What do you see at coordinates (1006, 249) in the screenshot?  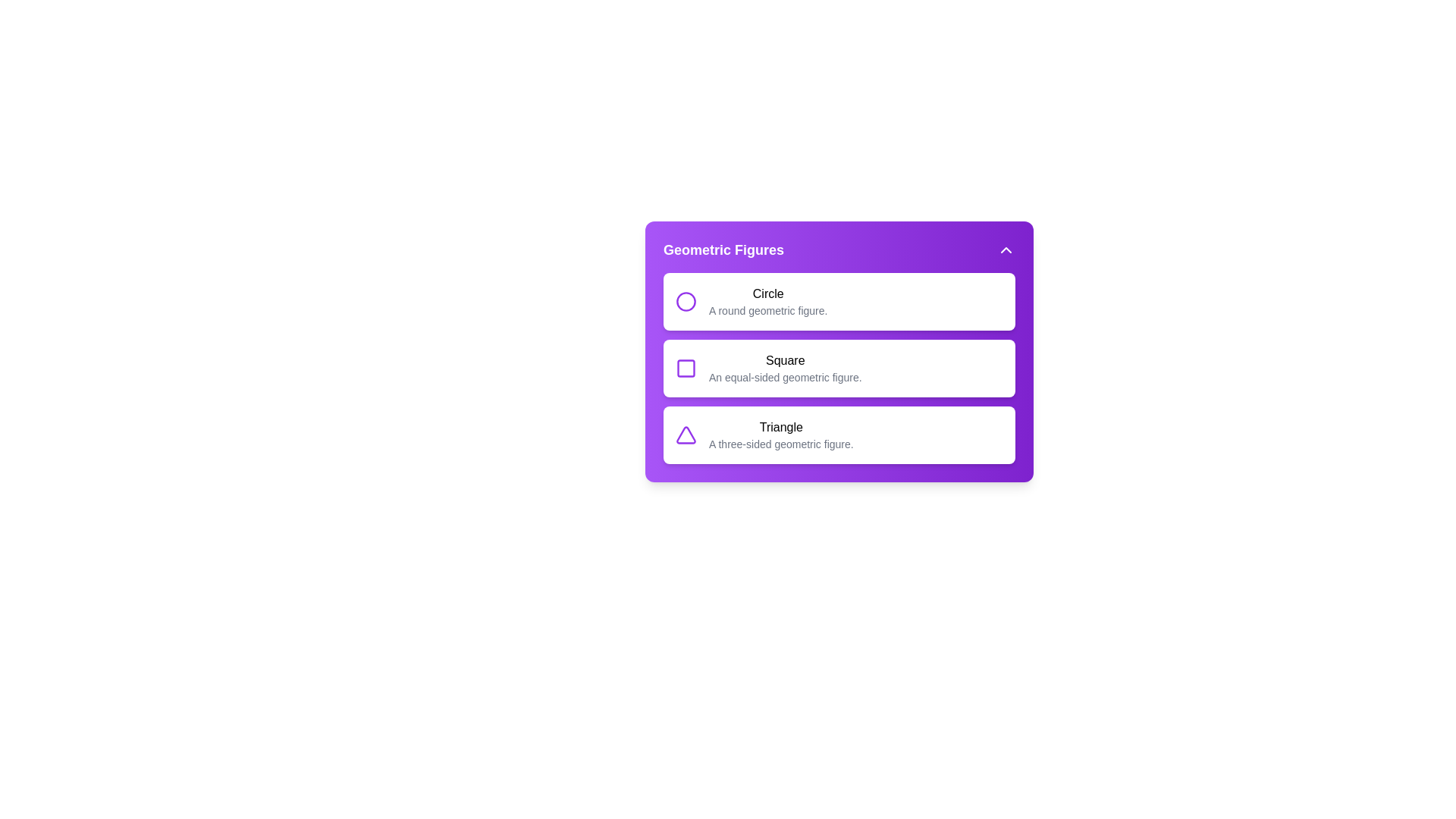 I see `the chevron button to toggle the menu visibility` at bounding box center [1006, 249].